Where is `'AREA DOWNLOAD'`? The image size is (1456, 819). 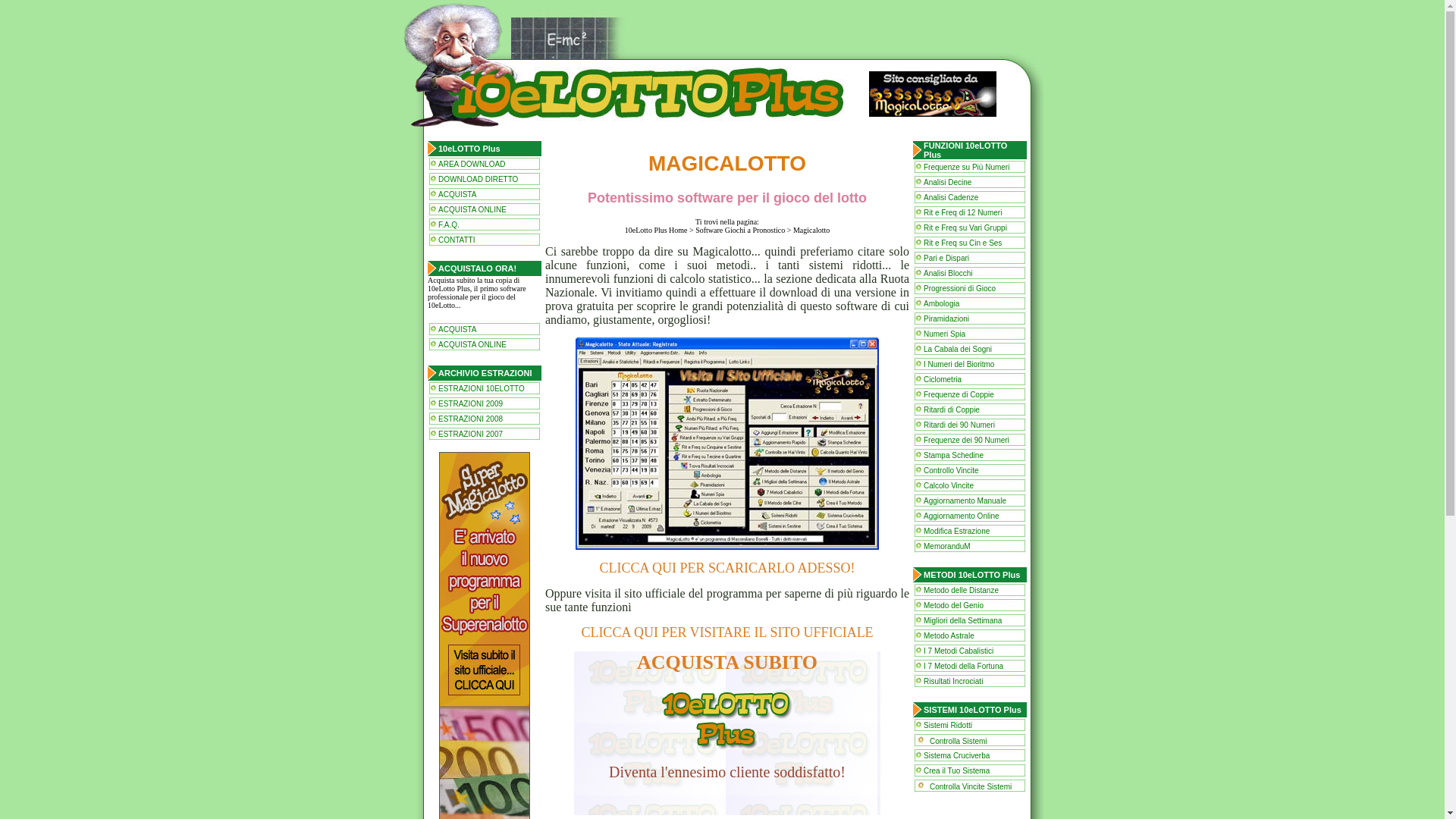 'AREA DOWNLOAD' is located at coordinates (471, 163).